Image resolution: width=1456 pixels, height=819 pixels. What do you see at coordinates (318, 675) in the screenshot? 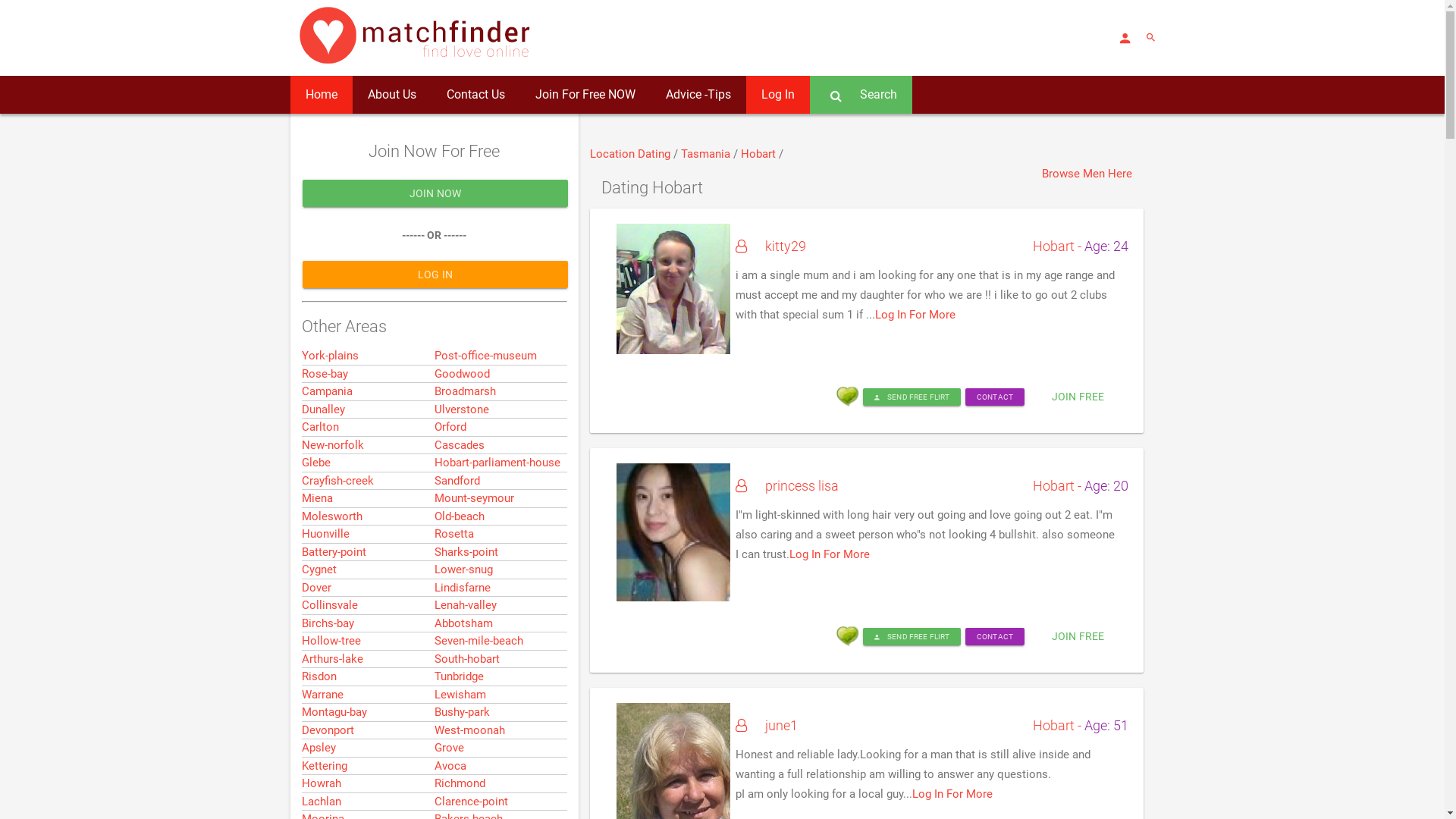
I see `'Risdon'` at bounding box center [318, 675].